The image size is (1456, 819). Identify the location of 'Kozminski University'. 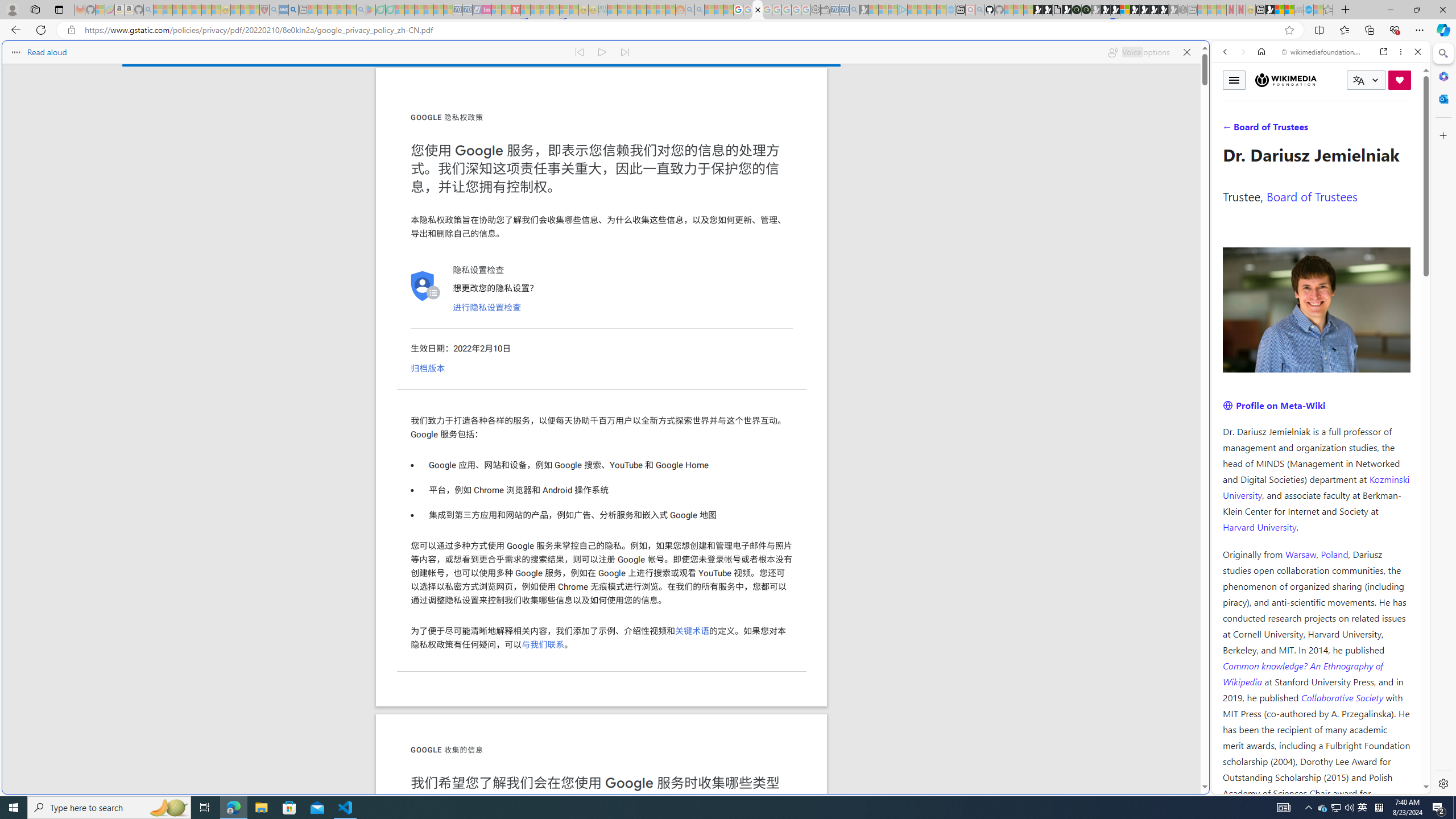
(1316, 486).